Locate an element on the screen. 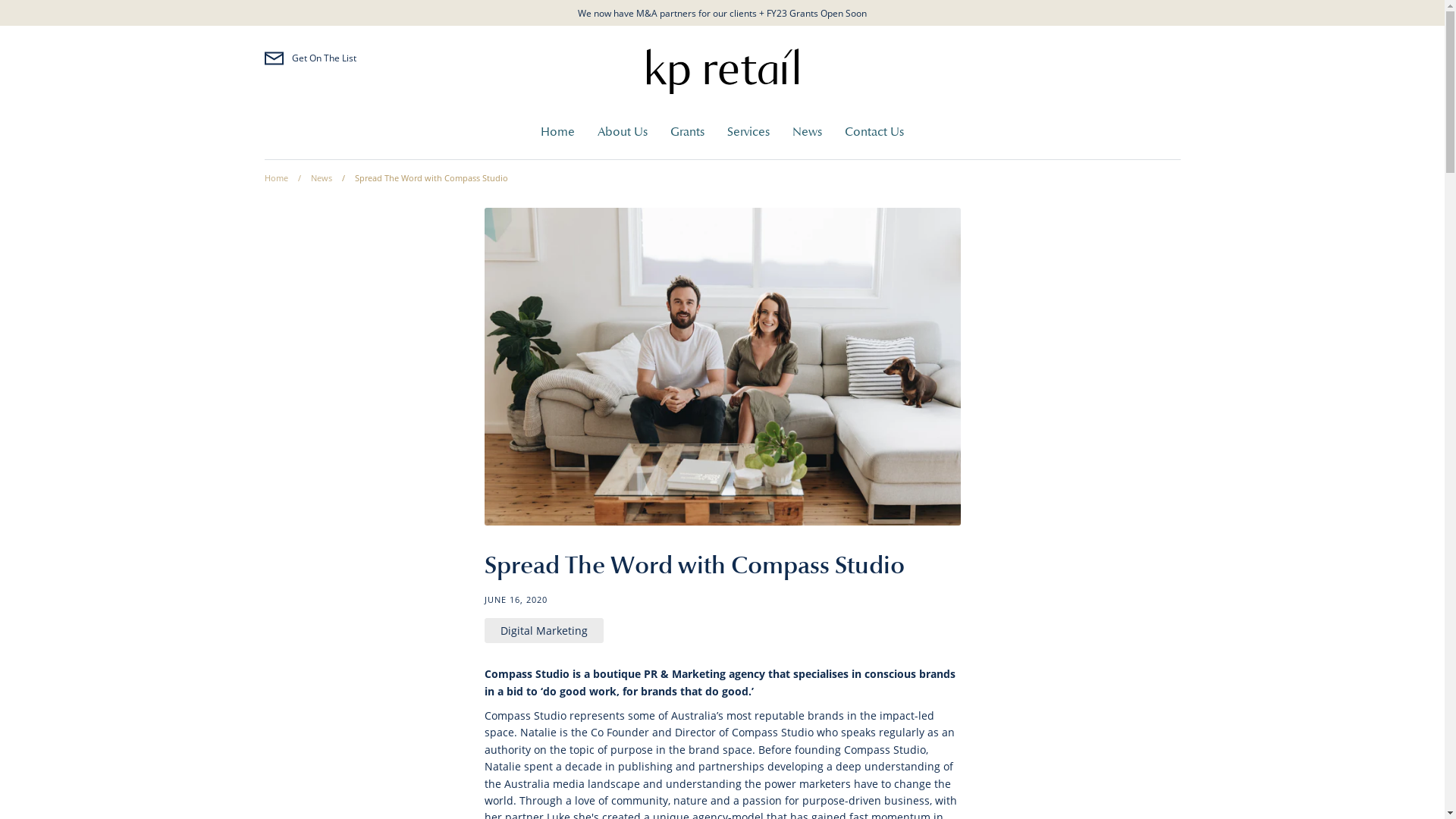  'Digital Marketing' is located at coordinates (544, 630).